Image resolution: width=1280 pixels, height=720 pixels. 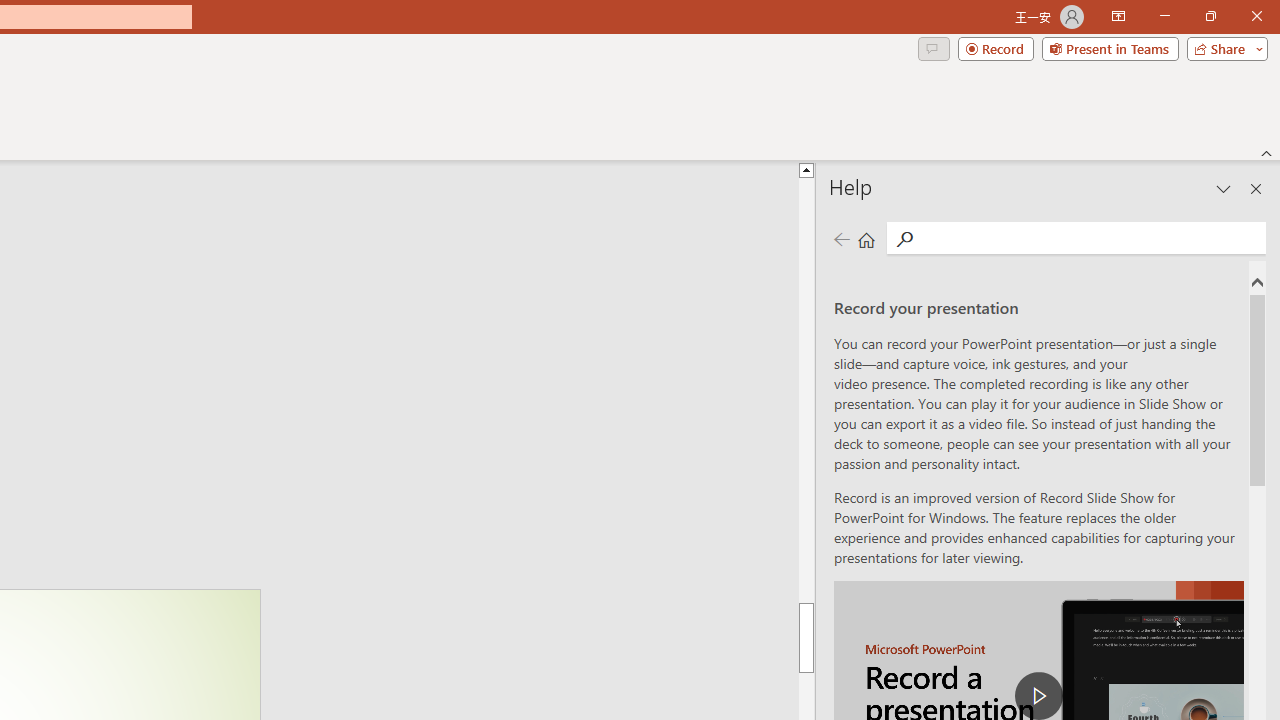 What do you see at coordinates (866, 238) in the screenshot?
I see `'Home'` at bounding box center [866, 238].